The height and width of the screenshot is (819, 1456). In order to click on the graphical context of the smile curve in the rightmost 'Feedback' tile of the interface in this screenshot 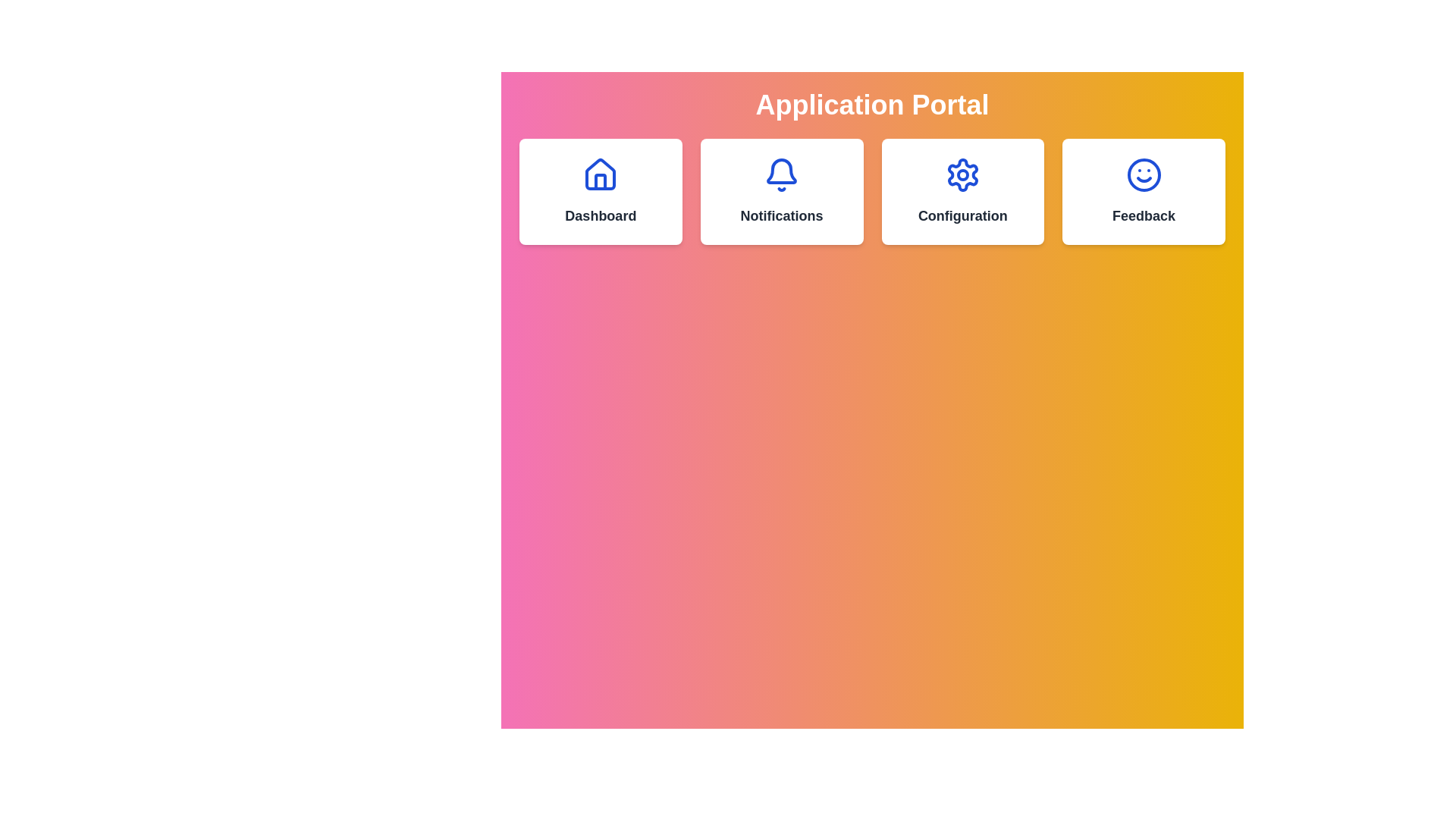, I will do `click(1144, 178)`.